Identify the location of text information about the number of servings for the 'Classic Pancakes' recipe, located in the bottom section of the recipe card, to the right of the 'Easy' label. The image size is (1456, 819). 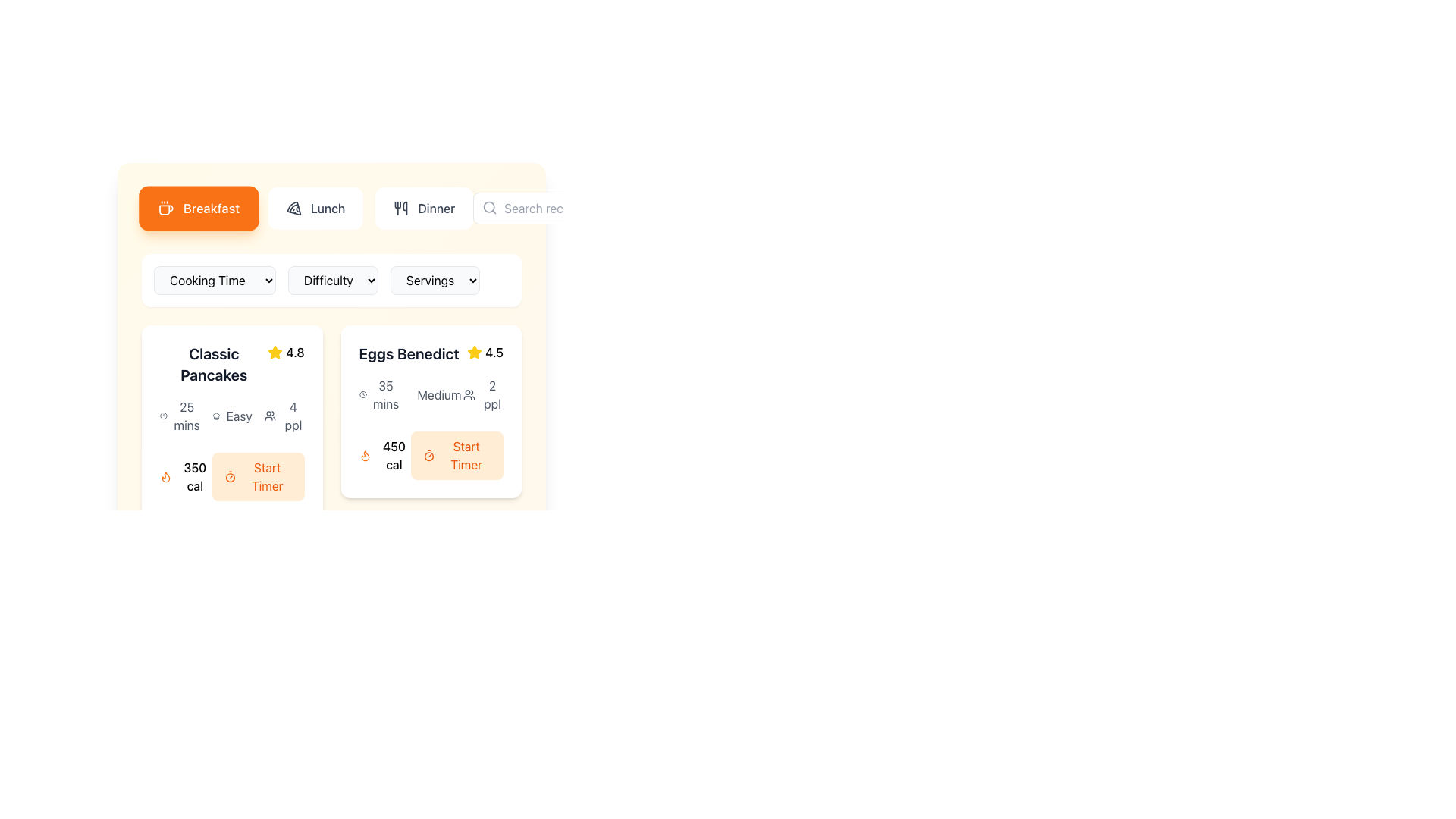
(284, 416).